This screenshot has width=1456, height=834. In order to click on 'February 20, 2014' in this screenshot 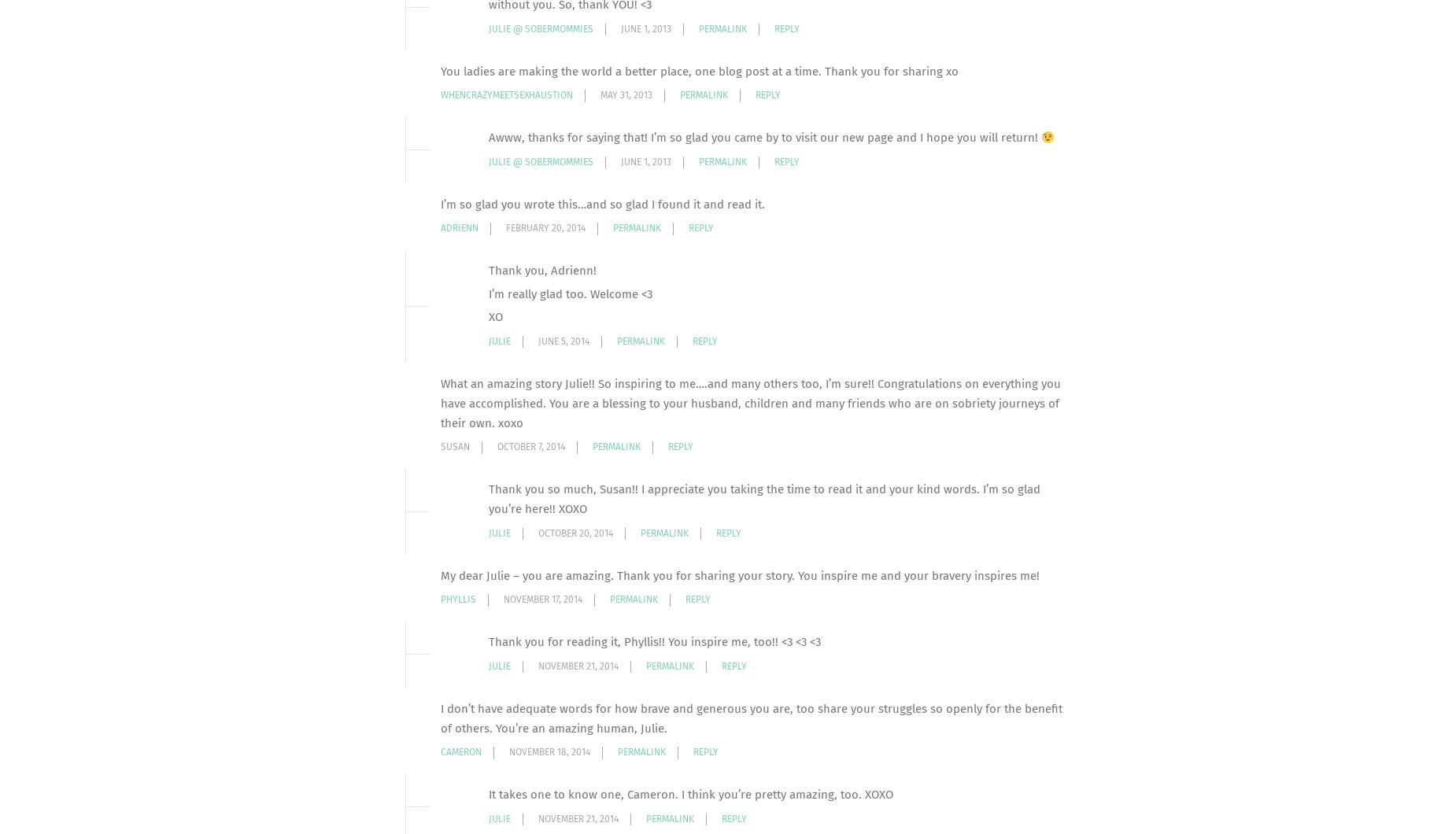, I will do `click(545, 228)`.